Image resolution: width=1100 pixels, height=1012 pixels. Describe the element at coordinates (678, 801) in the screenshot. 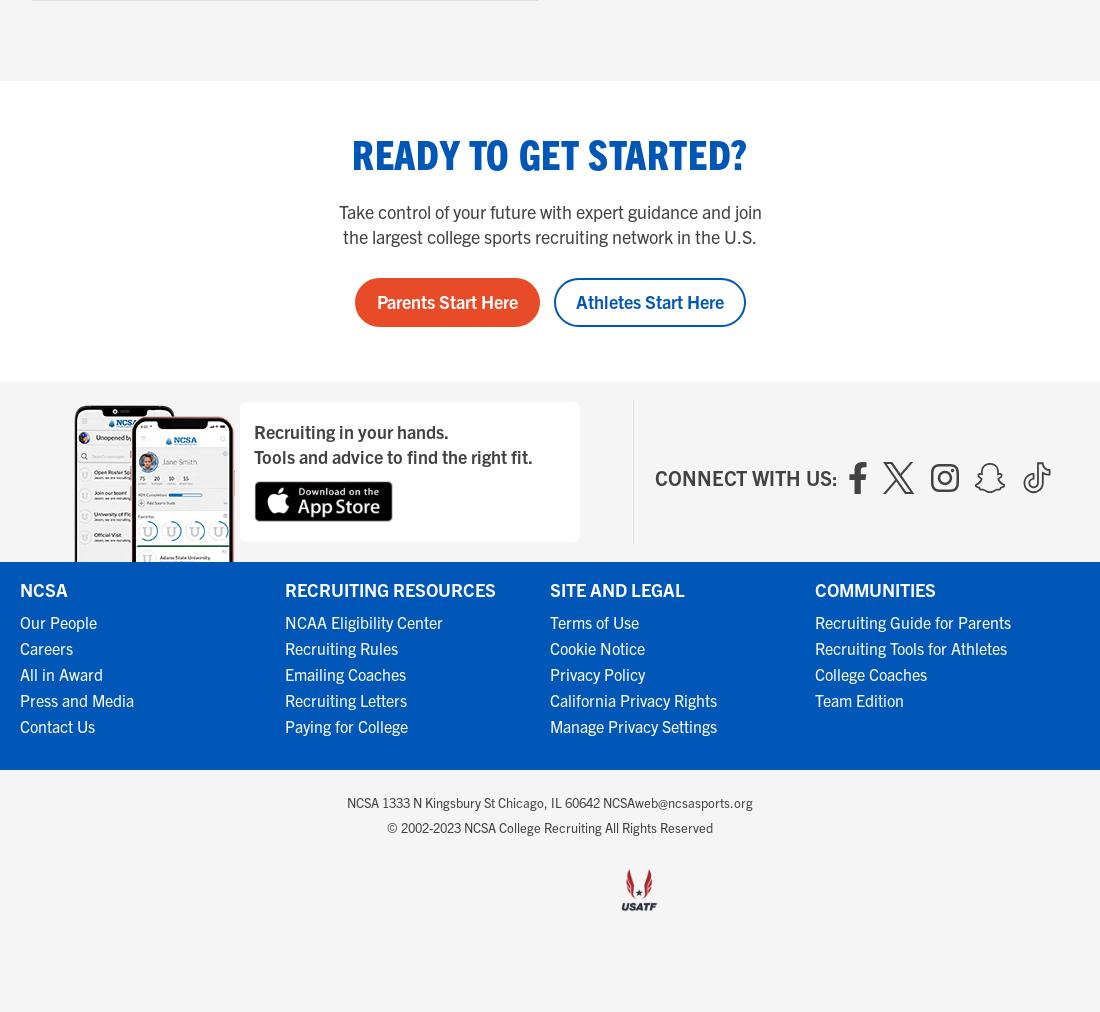

I see `'NCSAweb@ncsasports.org'` at that location.